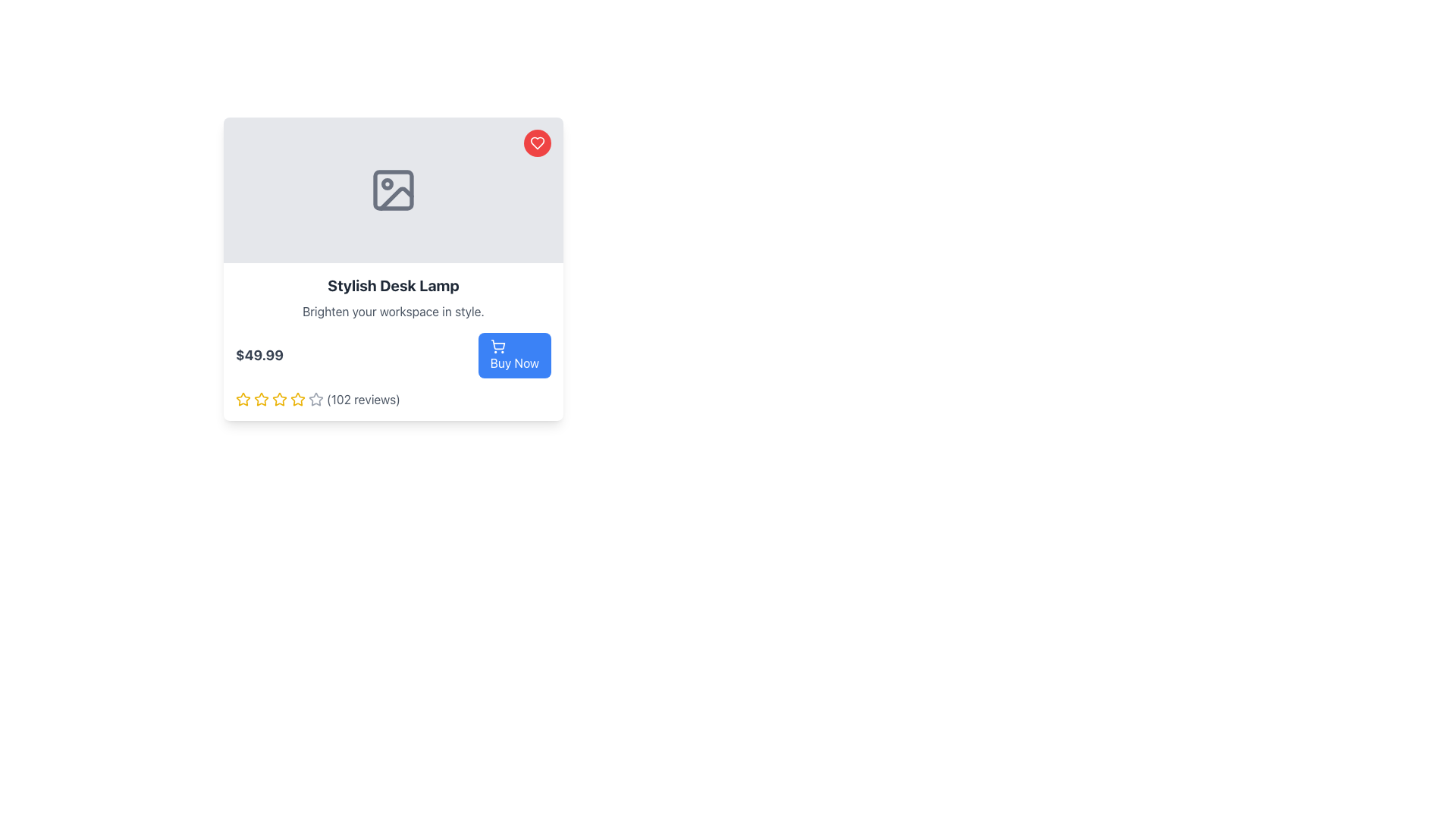 The height and width of the screenshot is (819, 1456). What do you see at coordinates (315, 398) in the screenshot?
I see `fourth star icon in the 5-star rating system located in the bottom-left area of the product card interface` at bounding box center [315, 398].